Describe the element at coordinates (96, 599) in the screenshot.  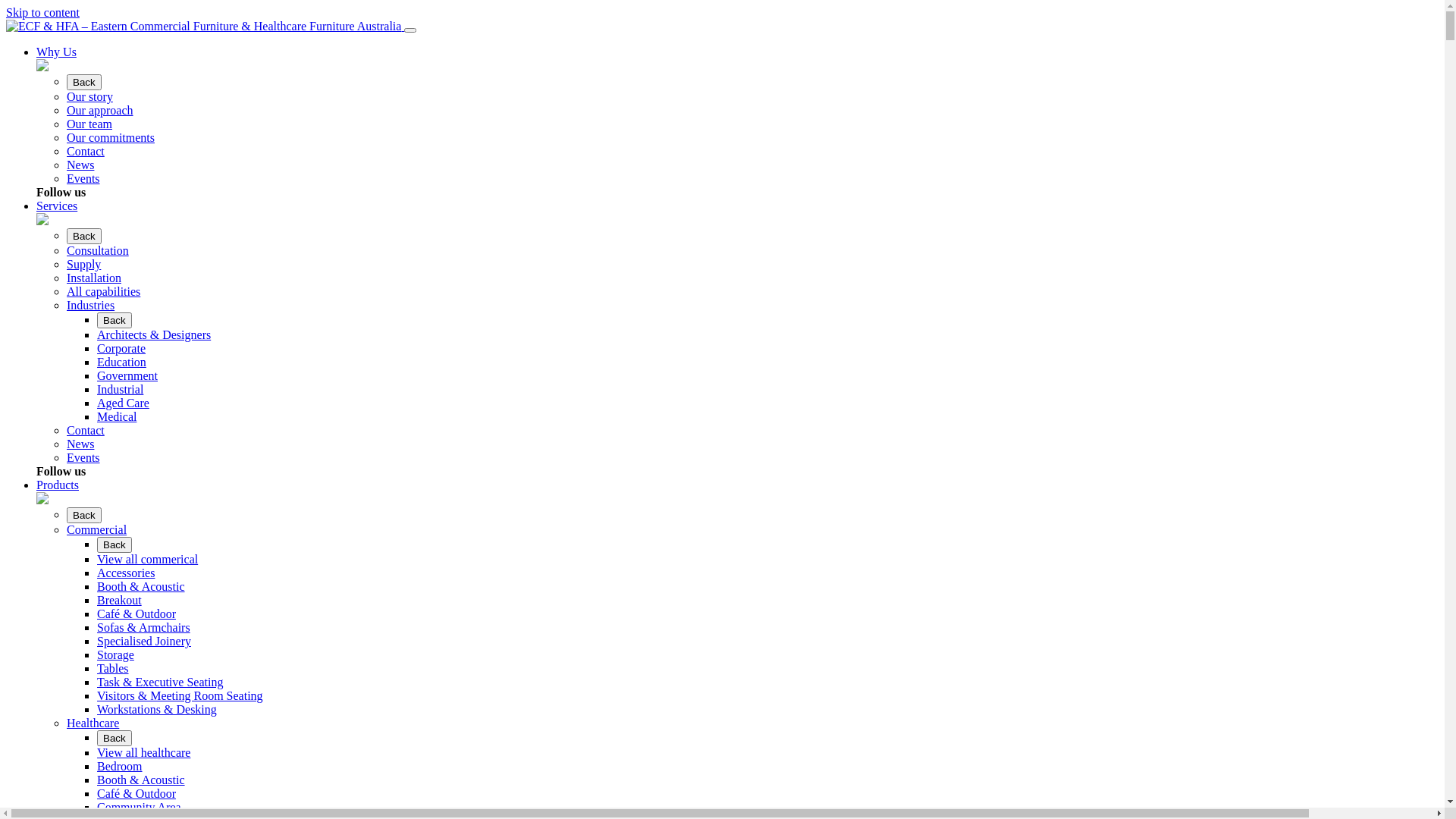
I see `'Breakout'` at that location.